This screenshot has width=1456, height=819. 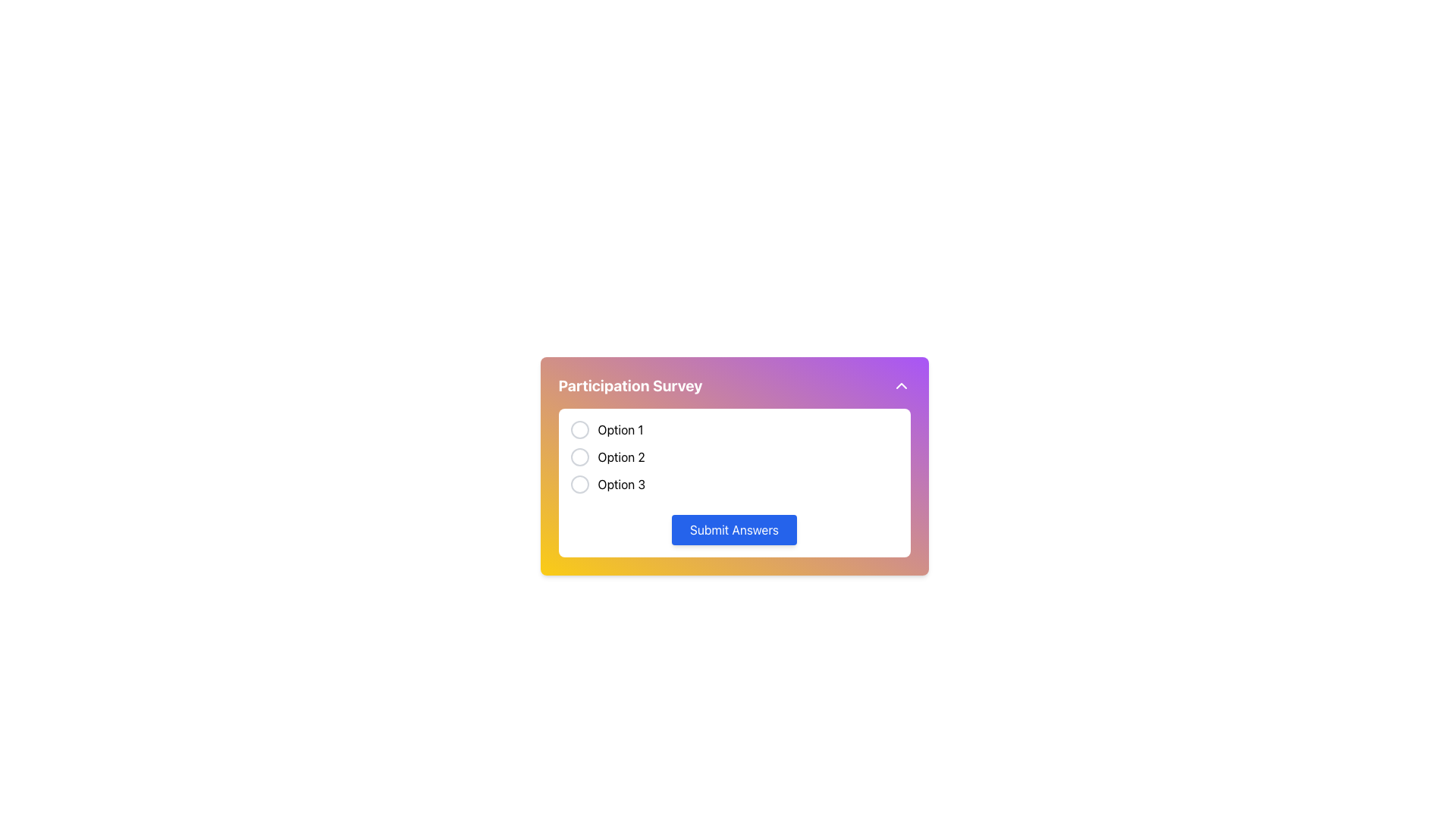 I want to click on the circular radio button located to the left of the text 'Option 1' in the participation survey panel, so click(x=579, y=430).